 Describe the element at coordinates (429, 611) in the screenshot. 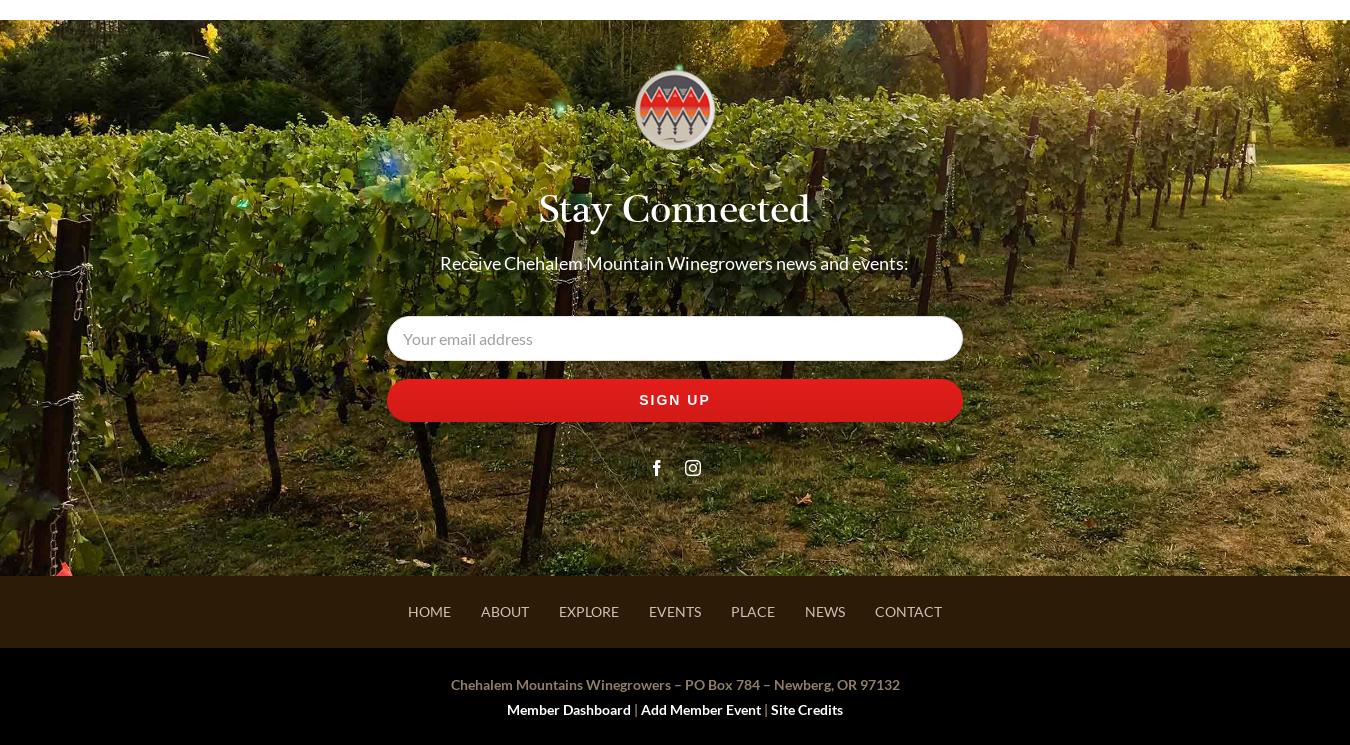

I see `'HOME'` at that location.